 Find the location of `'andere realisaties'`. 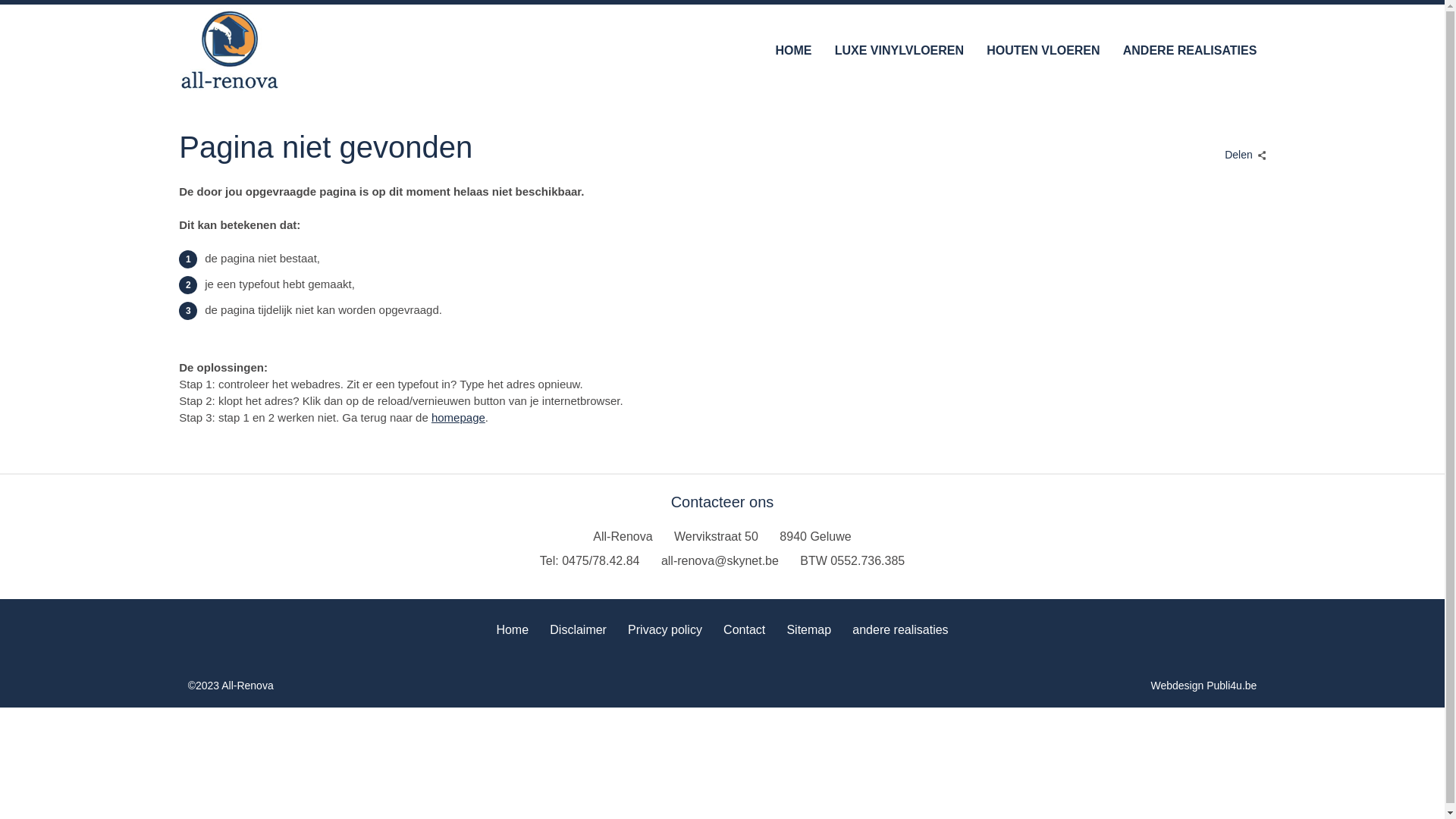

'andere realisaties' is located at coordinates (899, 627).